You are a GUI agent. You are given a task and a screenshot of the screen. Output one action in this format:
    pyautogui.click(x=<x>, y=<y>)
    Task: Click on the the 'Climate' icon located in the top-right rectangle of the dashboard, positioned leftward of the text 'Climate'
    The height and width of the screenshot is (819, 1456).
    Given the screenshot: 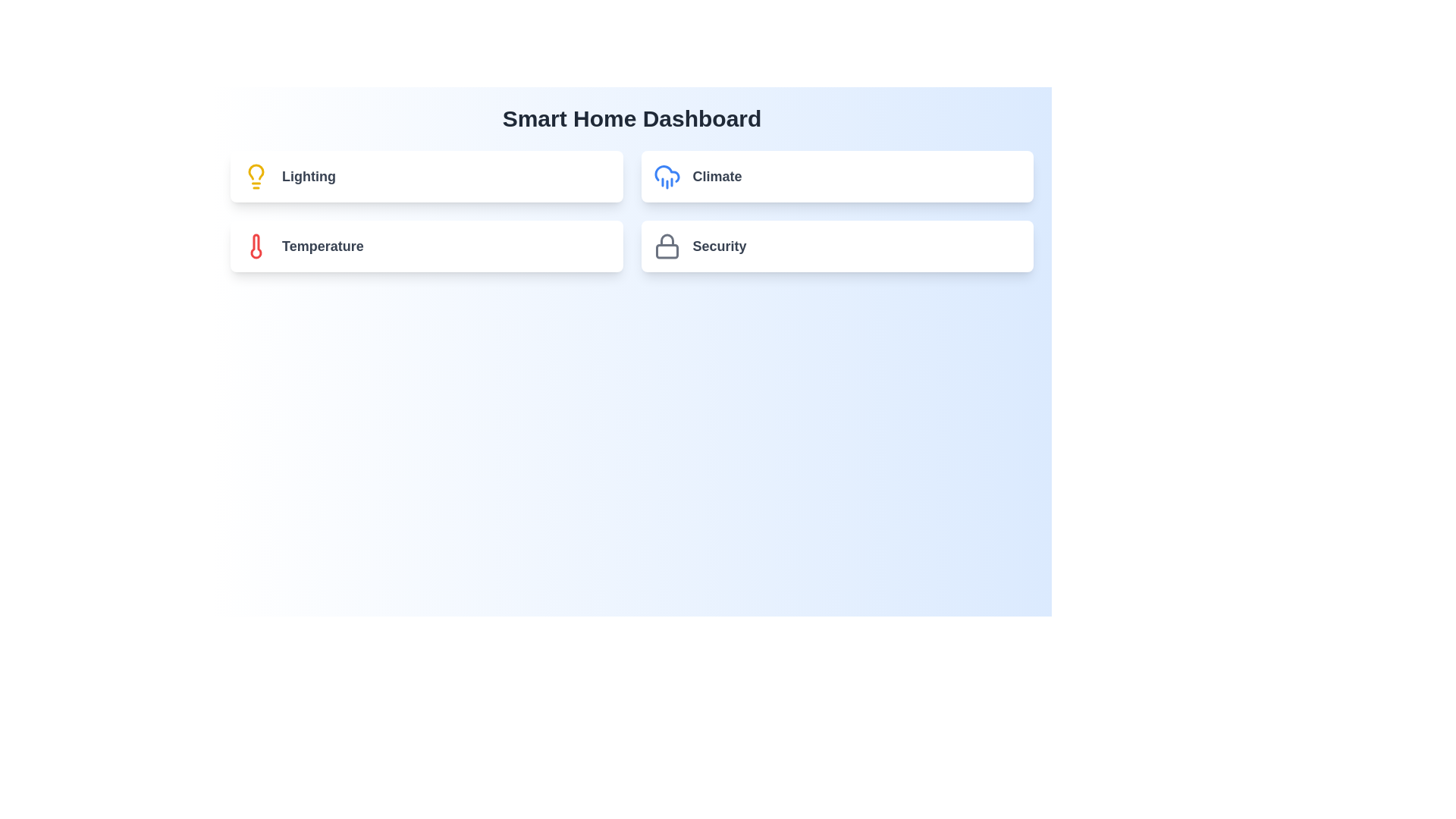 What is the action you would take?
    pyautogui.click(x=667, y=175)
    